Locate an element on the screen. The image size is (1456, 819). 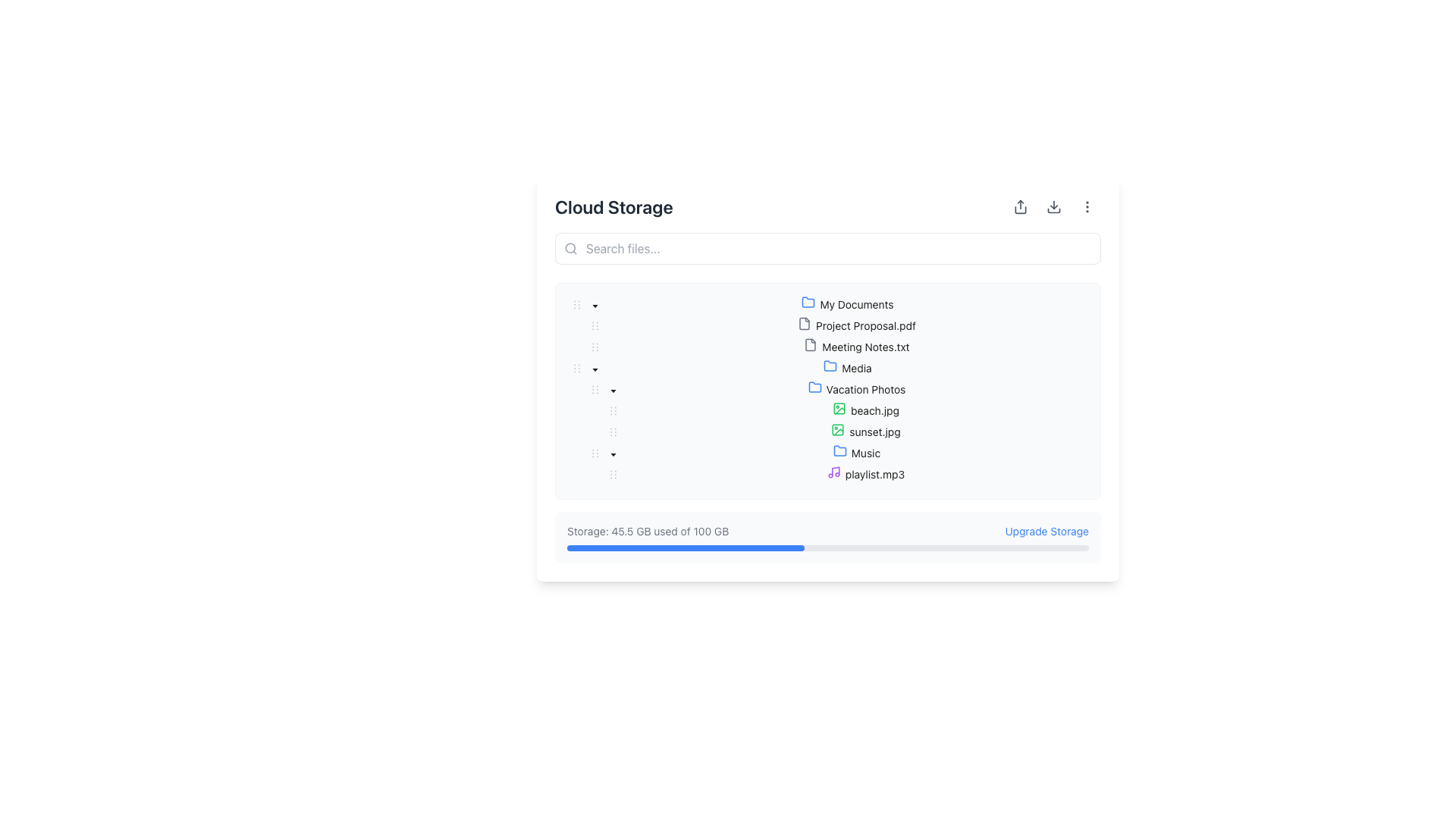
the small purple music icon next to the 'Music' label in the 'Vacation Photos' section is located at coordinates (833, 472).